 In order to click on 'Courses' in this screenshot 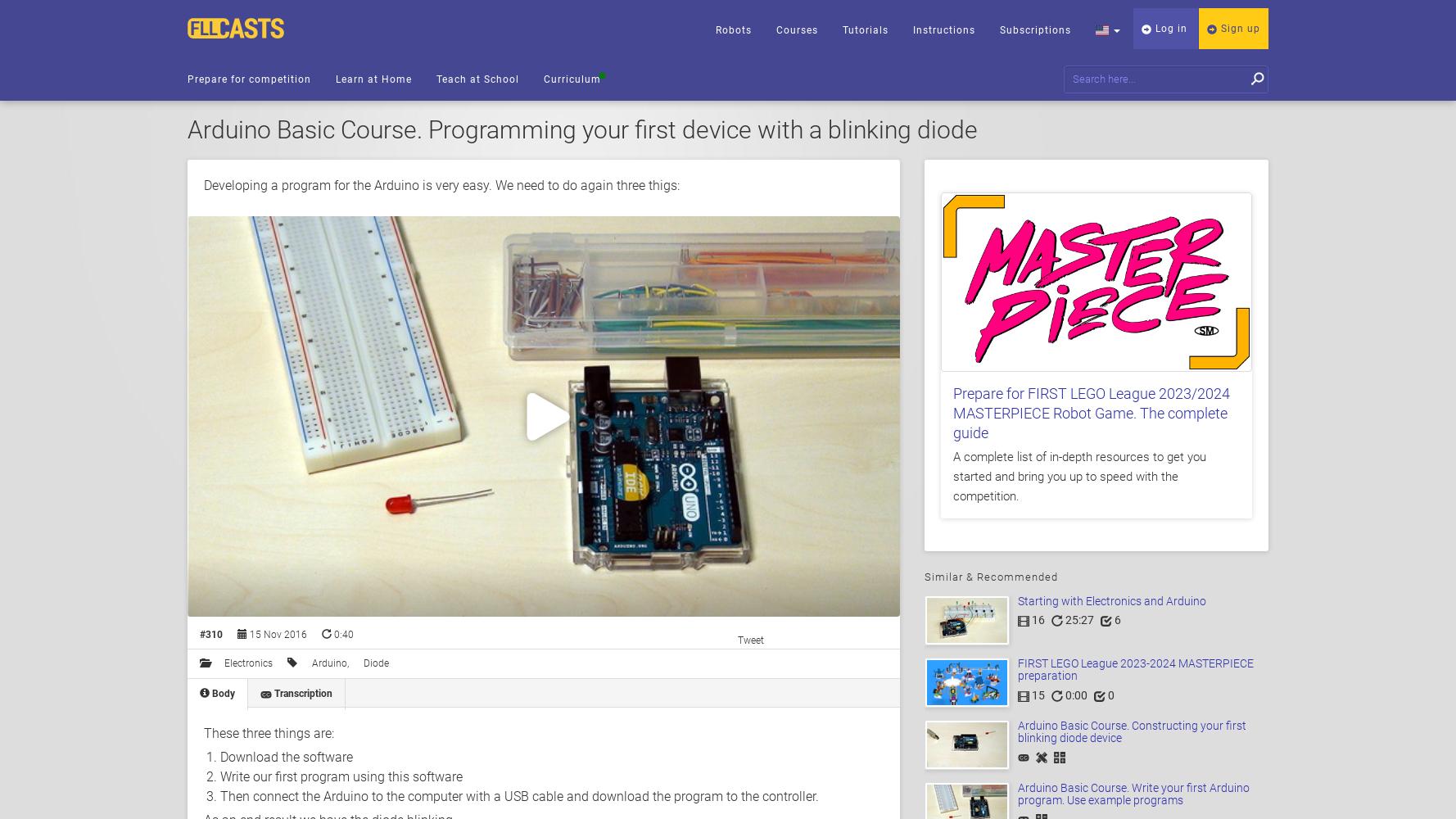, I will do `click(796, 30)`.